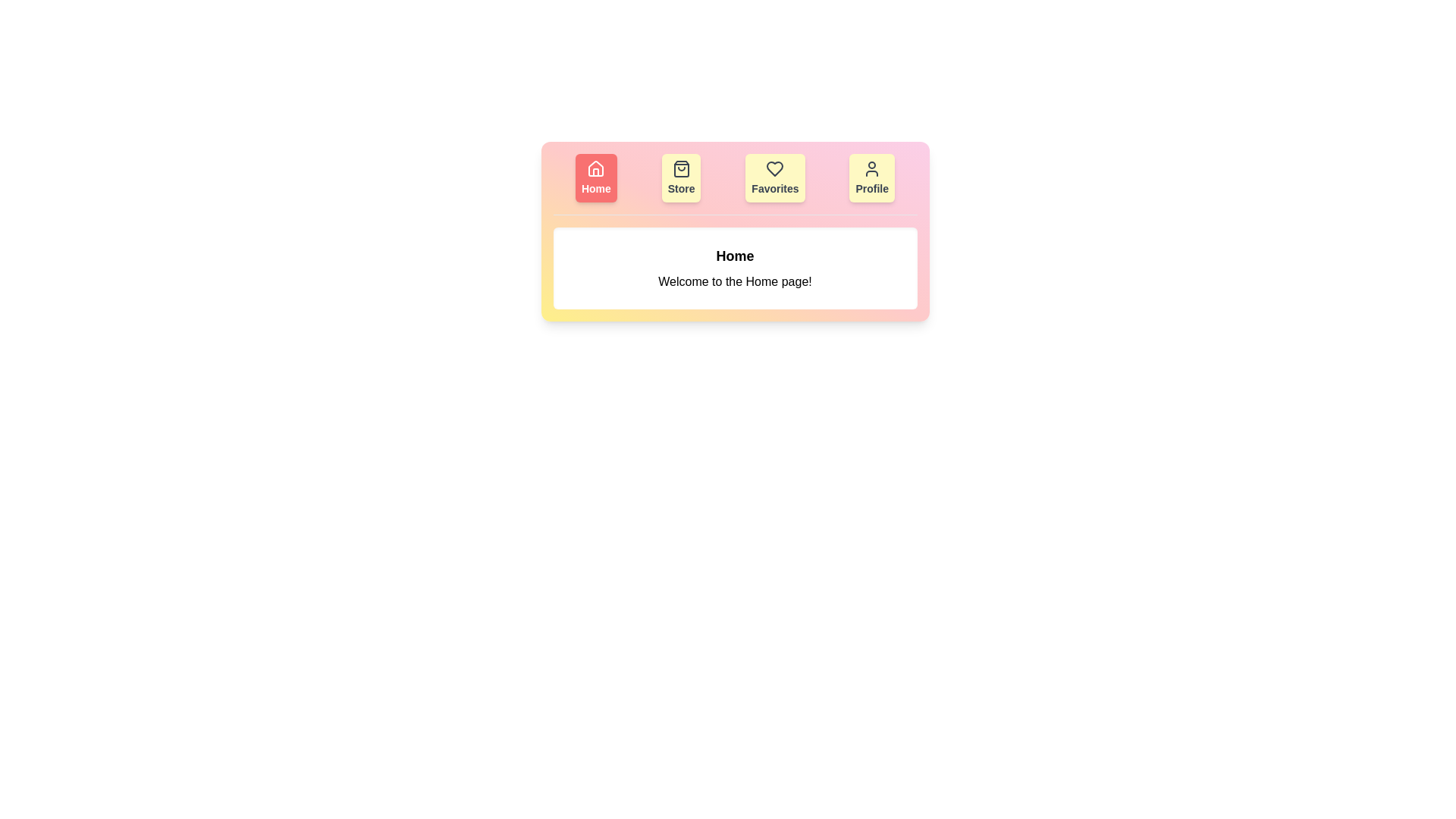 The width and height of the screenshot is (1456, 819). Describe the element at coordinates (872, 177) in the screenshot. I see `the tab labeled Profile to switch to its content` at that location.